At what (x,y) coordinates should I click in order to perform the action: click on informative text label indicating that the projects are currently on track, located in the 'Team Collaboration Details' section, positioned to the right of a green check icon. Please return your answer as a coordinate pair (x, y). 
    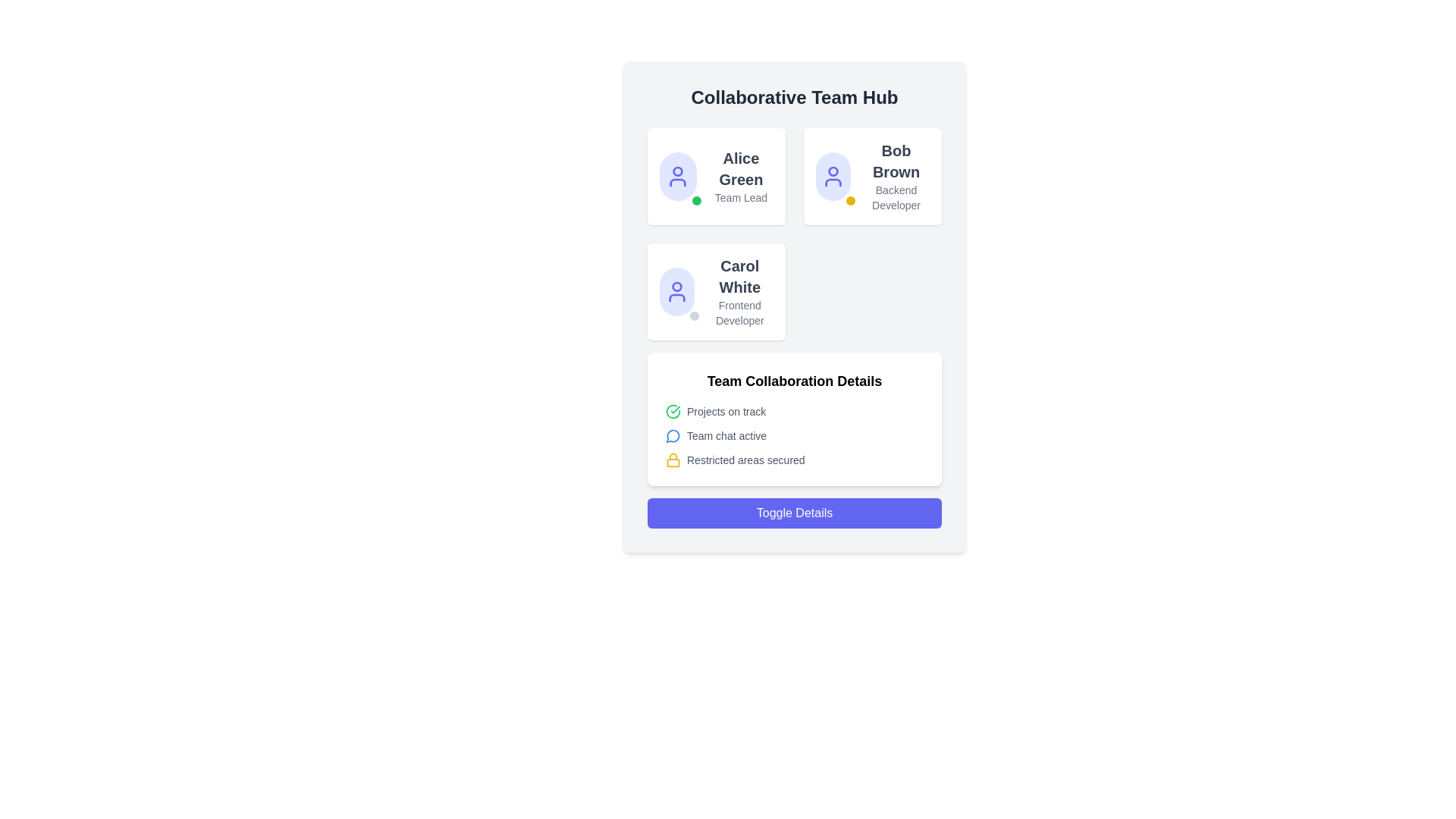
    Looking at the image, I should click on (726, 412).